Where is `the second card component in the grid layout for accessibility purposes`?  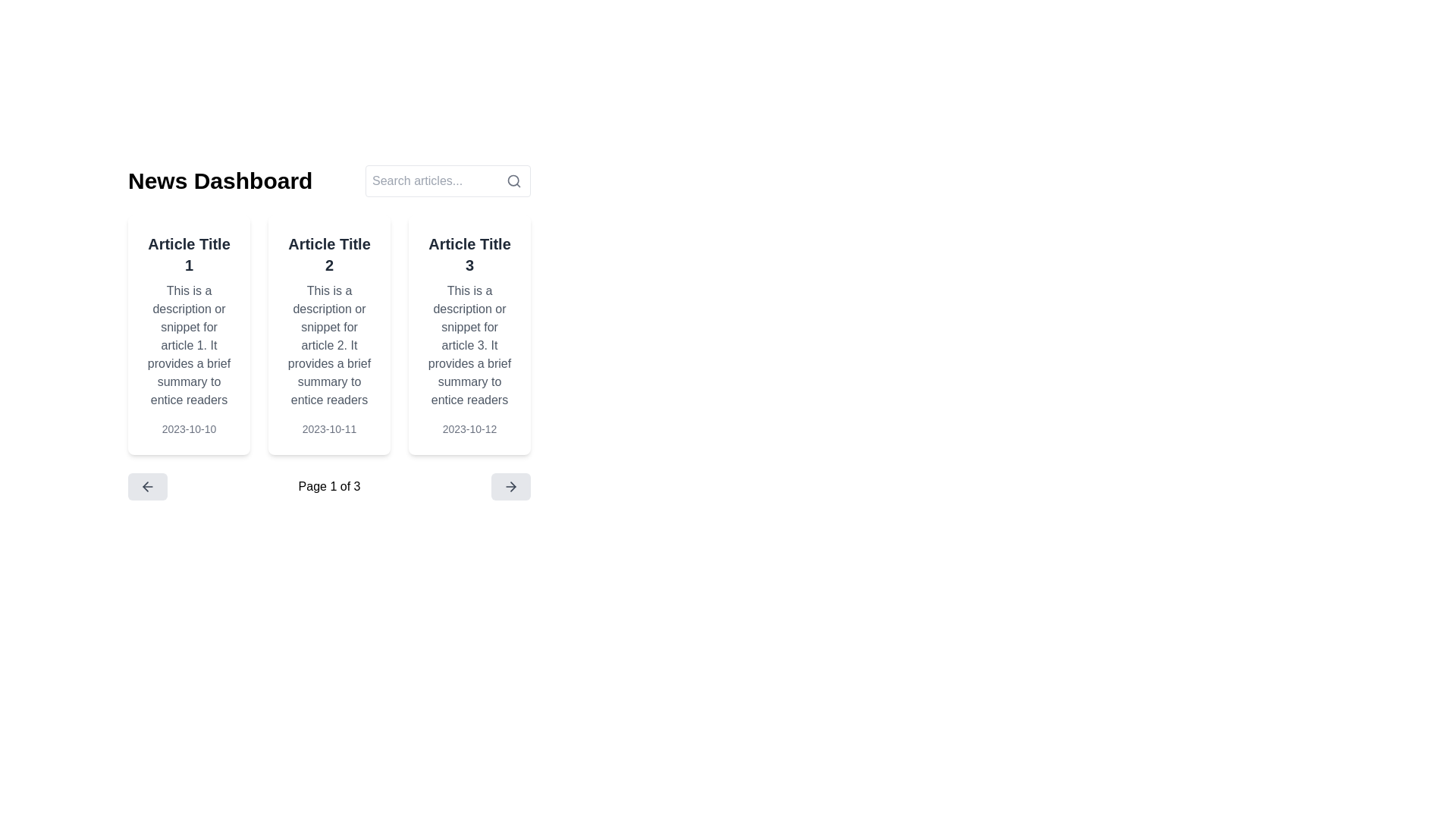 the second card component in the grid layout for accessibility purposes is located at coordinates (328, 334).